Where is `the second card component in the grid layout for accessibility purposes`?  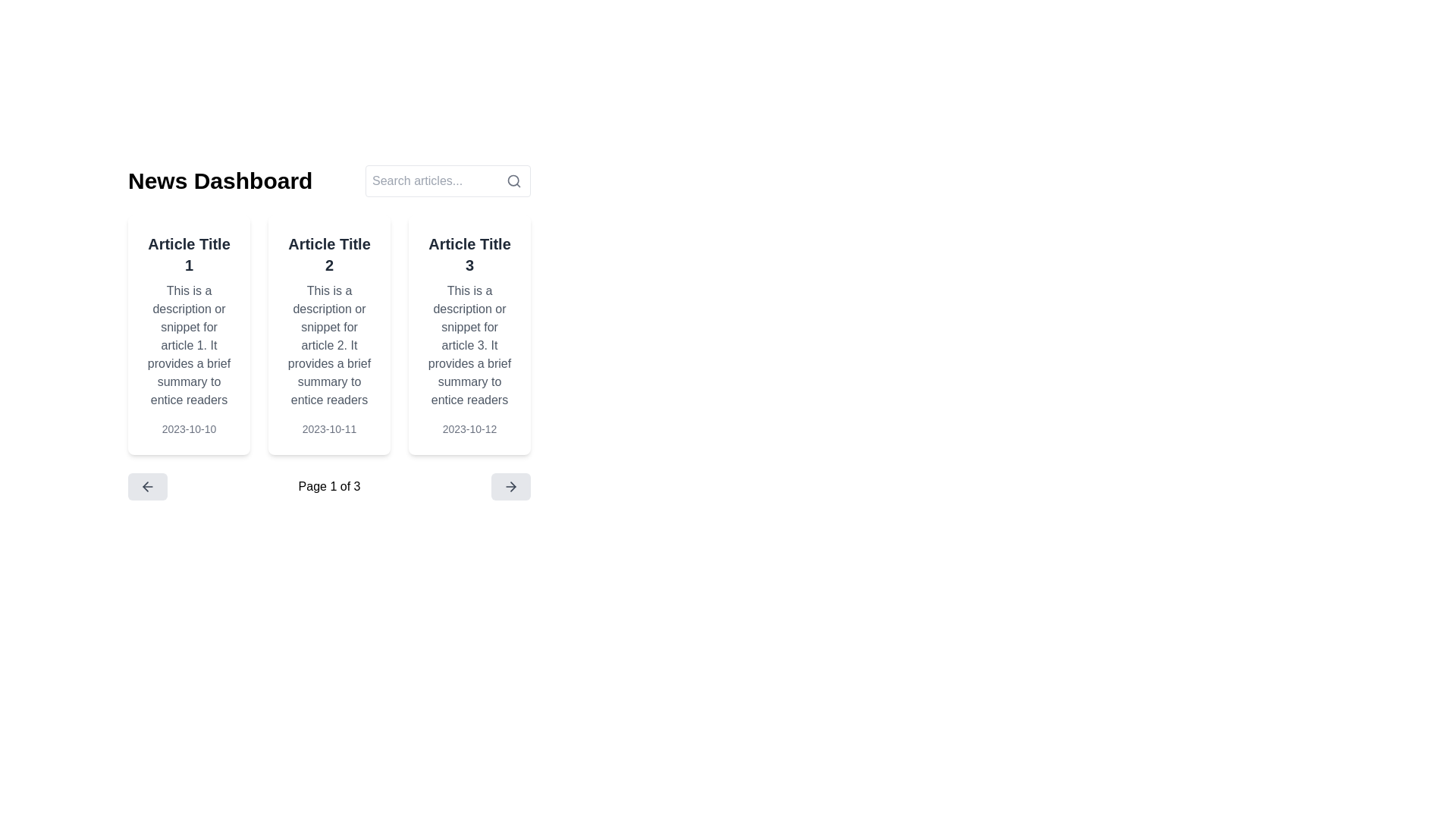 the second card component in the grid layout for accessibility purposes is located at coordinates (328, 334).